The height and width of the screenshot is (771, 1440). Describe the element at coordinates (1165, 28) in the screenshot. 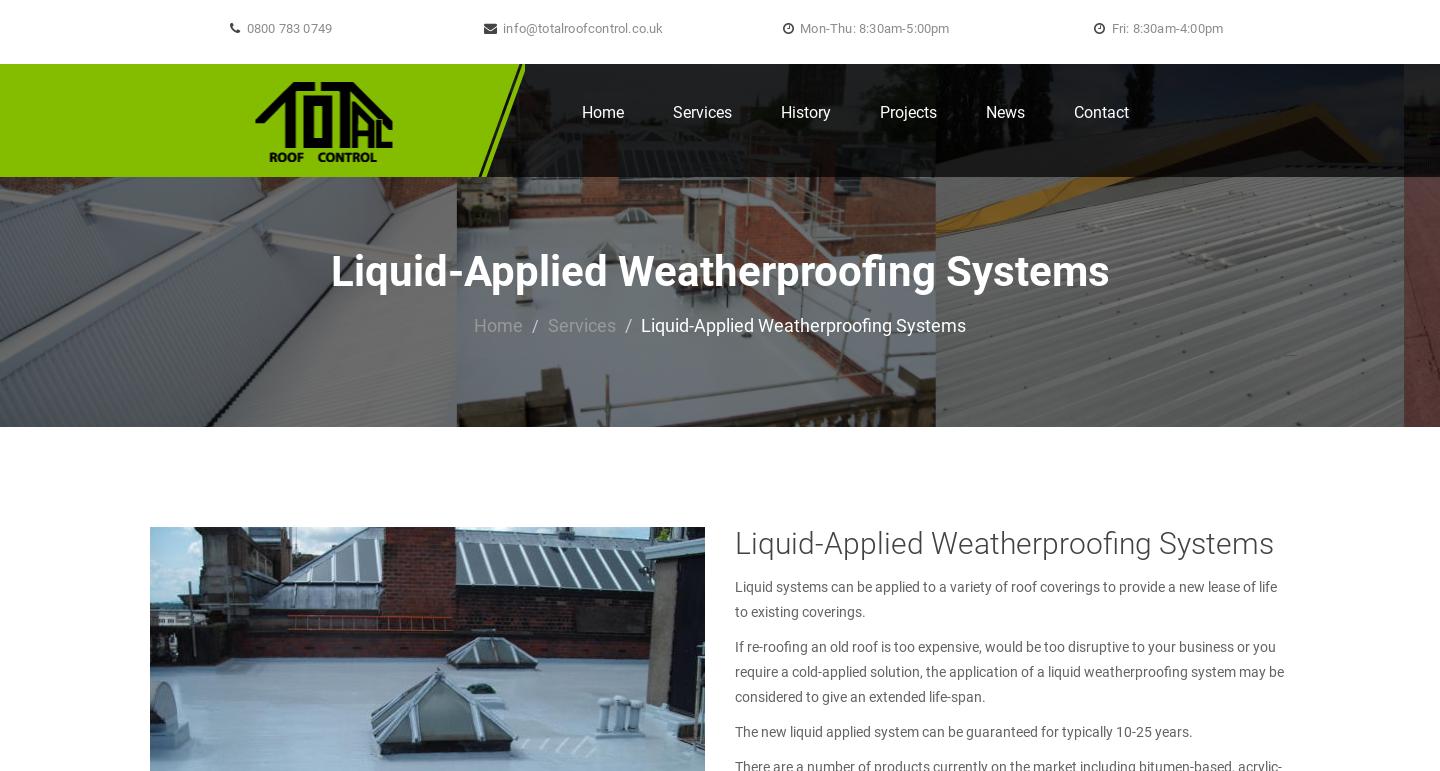

I see `'Fri:  8:30am-4:00pm'` at that location.